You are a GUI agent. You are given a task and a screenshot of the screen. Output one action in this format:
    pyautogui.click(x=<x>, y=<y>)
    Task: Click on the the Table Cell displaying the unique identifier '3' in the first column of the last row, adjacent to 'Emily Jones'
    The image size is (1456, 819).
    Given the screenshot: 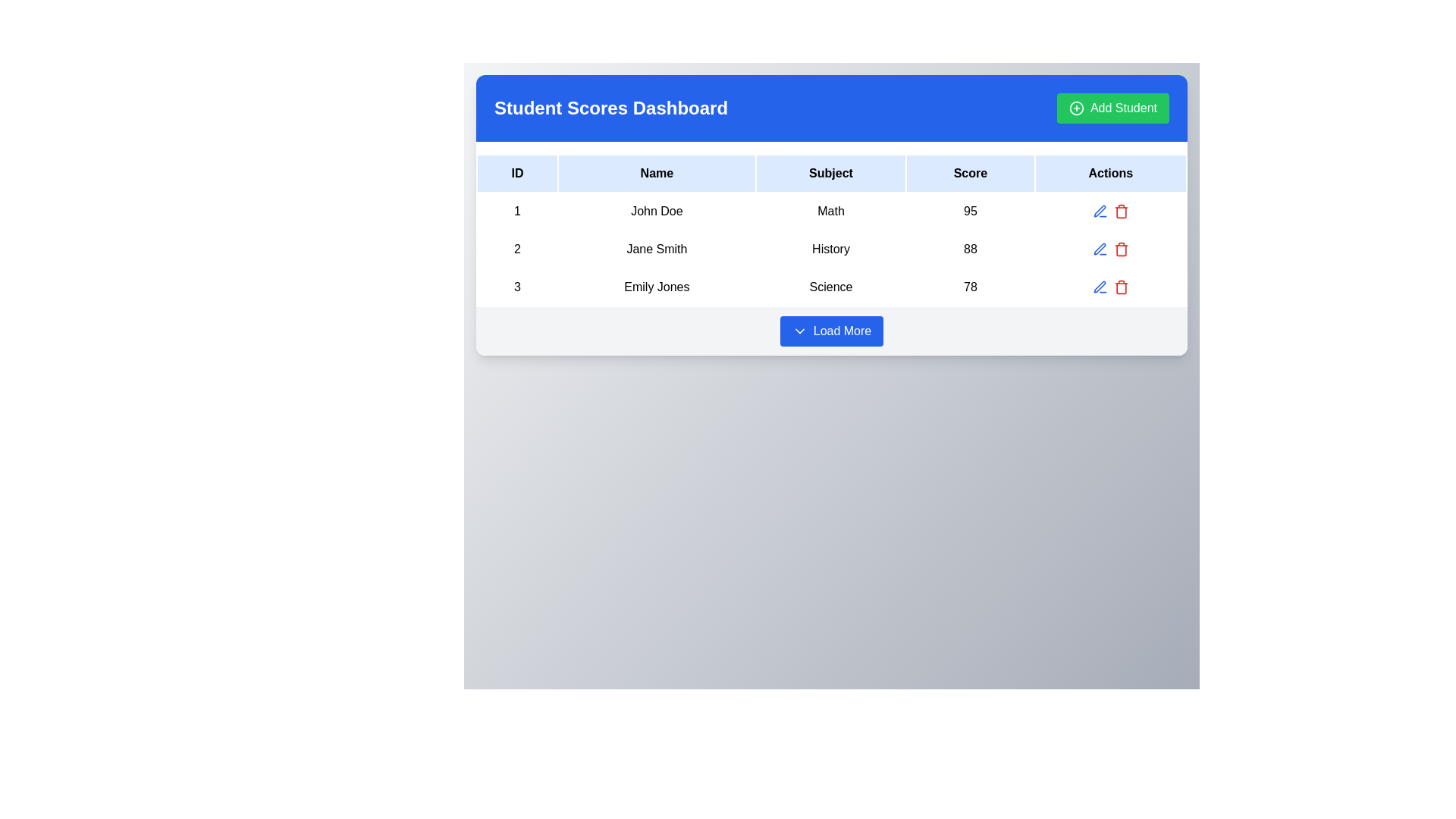 What is the action you would take?
    pyautogui.click(x=517, y=287)
    